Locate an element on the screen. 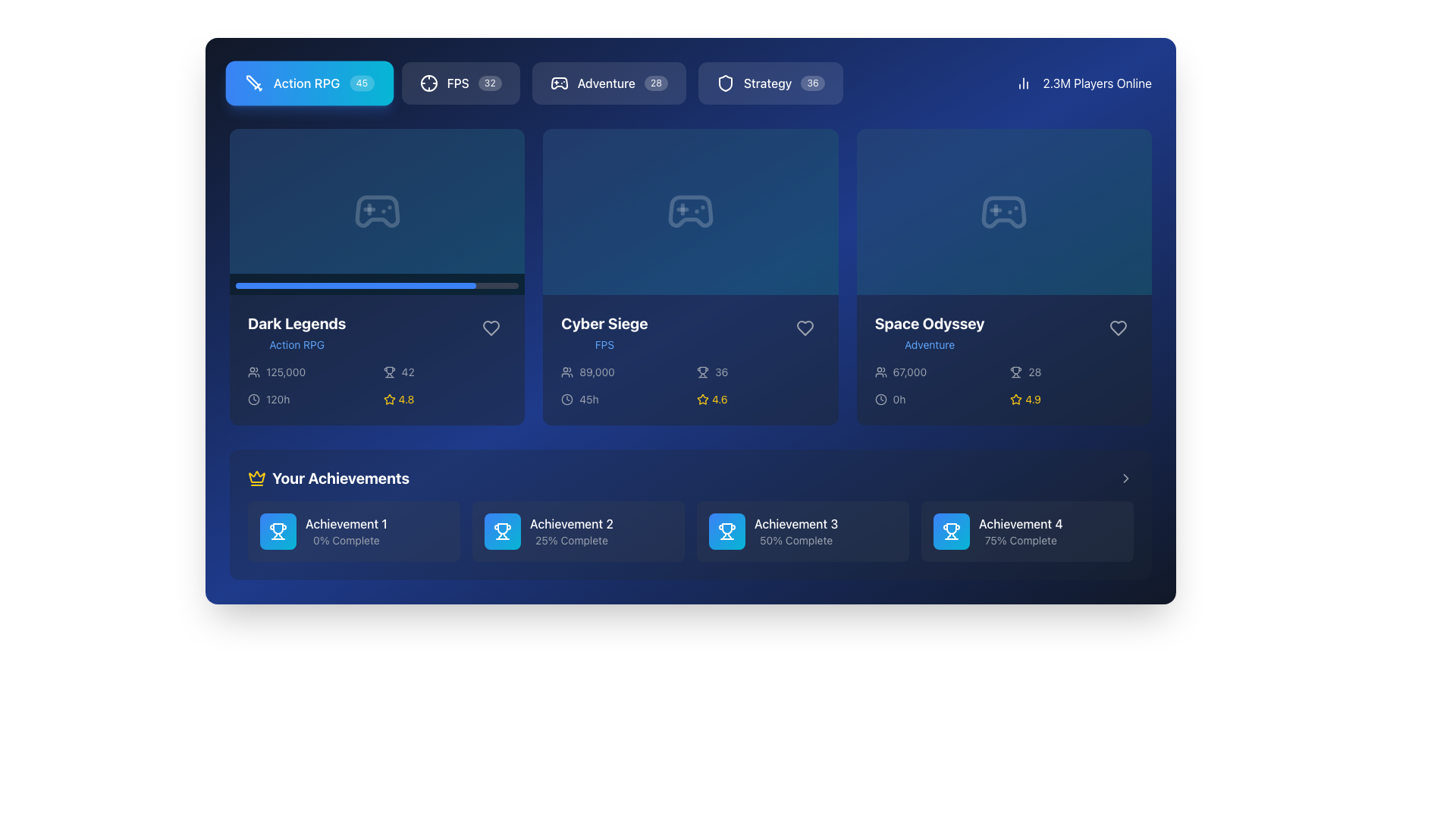  static rating display for the game 'Cyber Siege', which is located in the lower right section of the card and provides an informational rating of the game's quality is located at coordinates (758, 398).